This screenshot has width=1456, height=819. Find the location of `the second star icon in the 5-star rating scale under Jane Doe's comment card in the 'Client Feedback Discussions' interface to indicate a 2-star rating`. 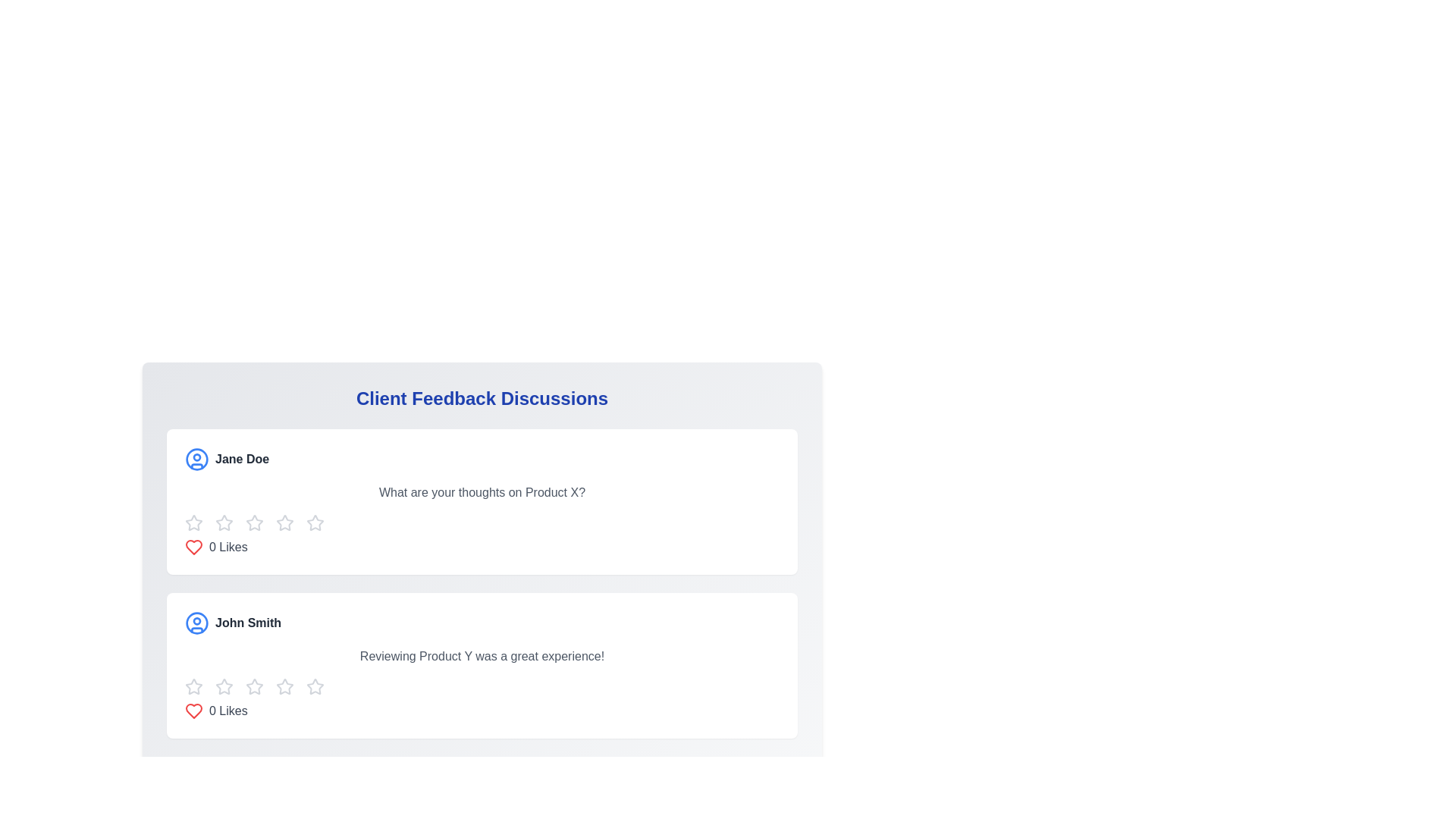

the second star icon in the 5-star rating scale under Jane Doe's comment card in the 'Client Feedback Discussions' interface to indicate a 2-star rating is located at coordinates (284, 522).